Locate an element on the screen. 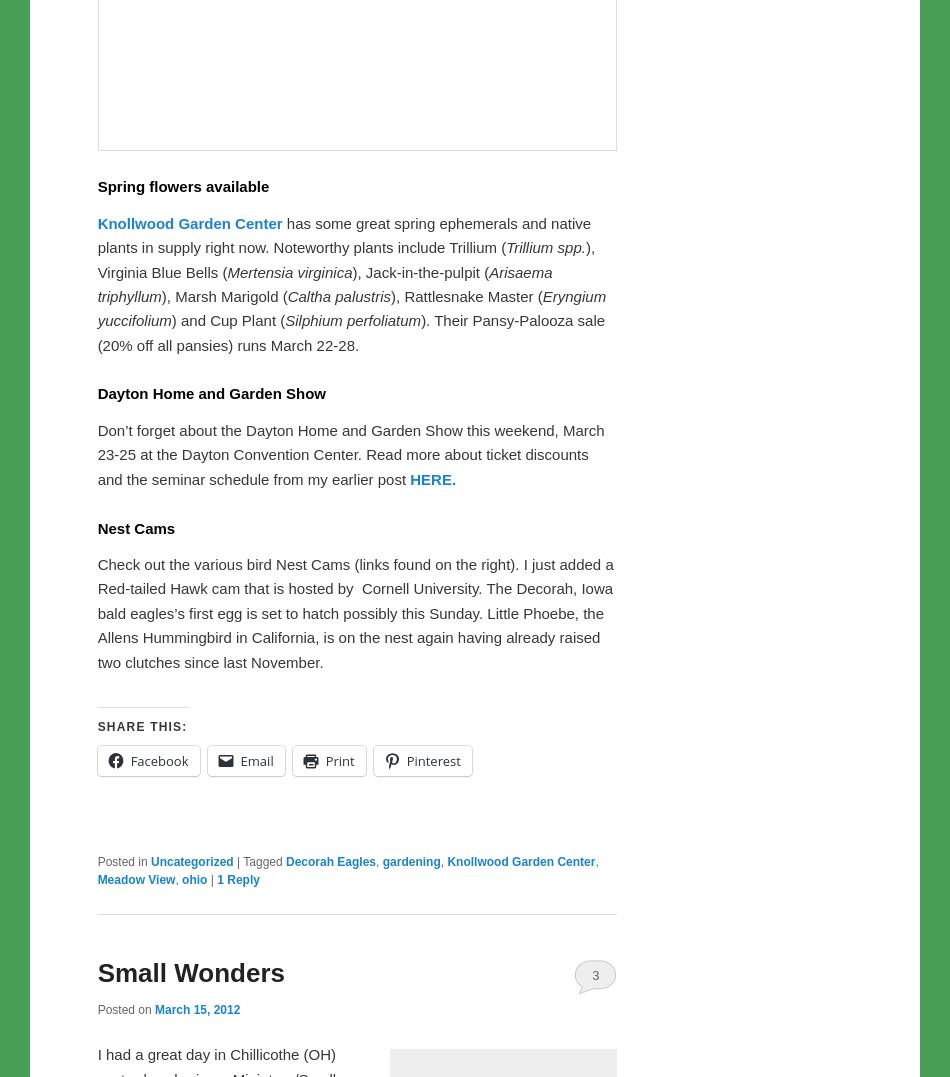 The image size is (950, 1077). '), Rattlesnake Master (' is located at coordinates (465, 295).